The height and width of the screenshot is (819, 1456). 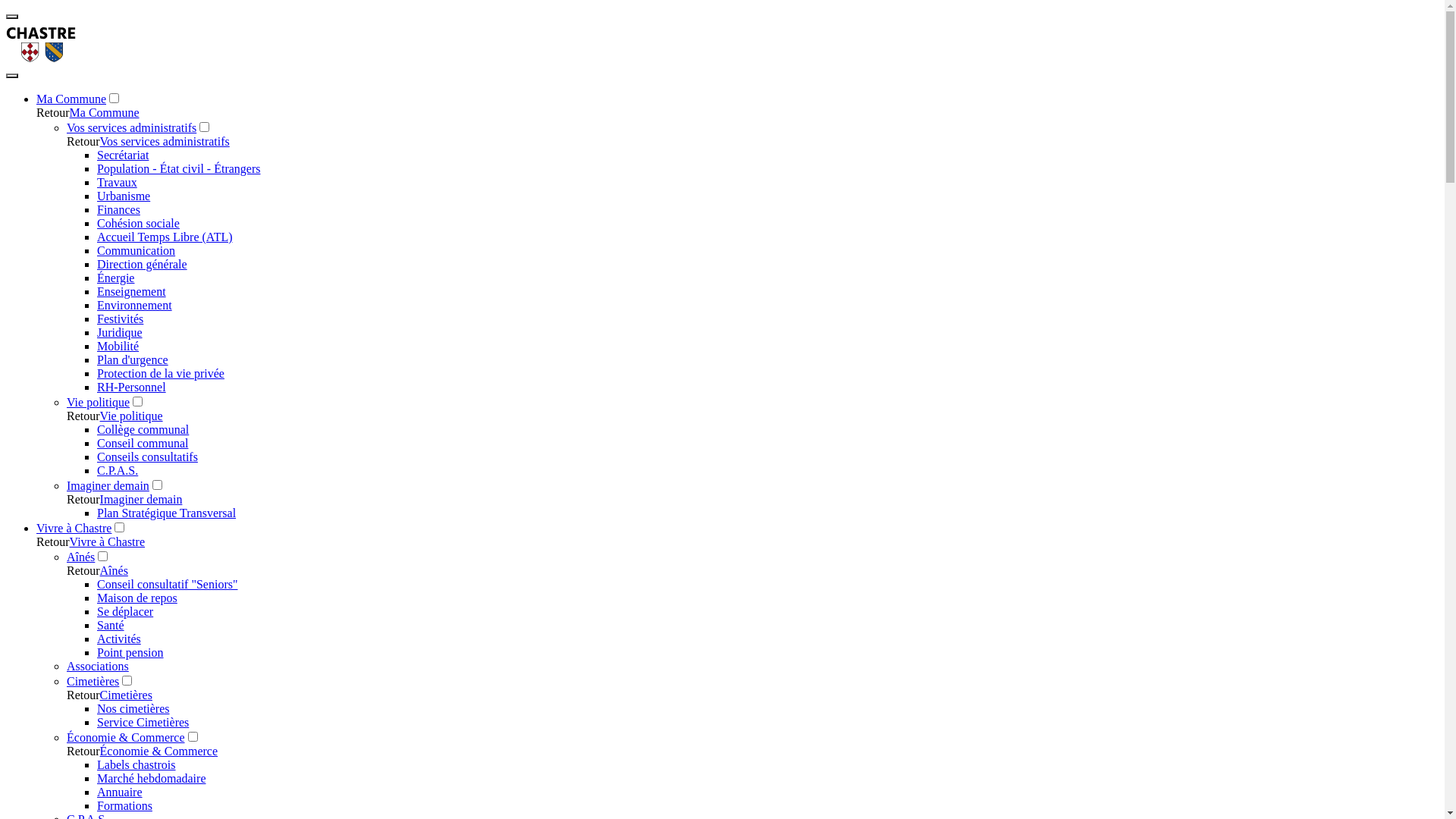 I want to click on 'Plan d'urgence', so click(x=132, y=359).